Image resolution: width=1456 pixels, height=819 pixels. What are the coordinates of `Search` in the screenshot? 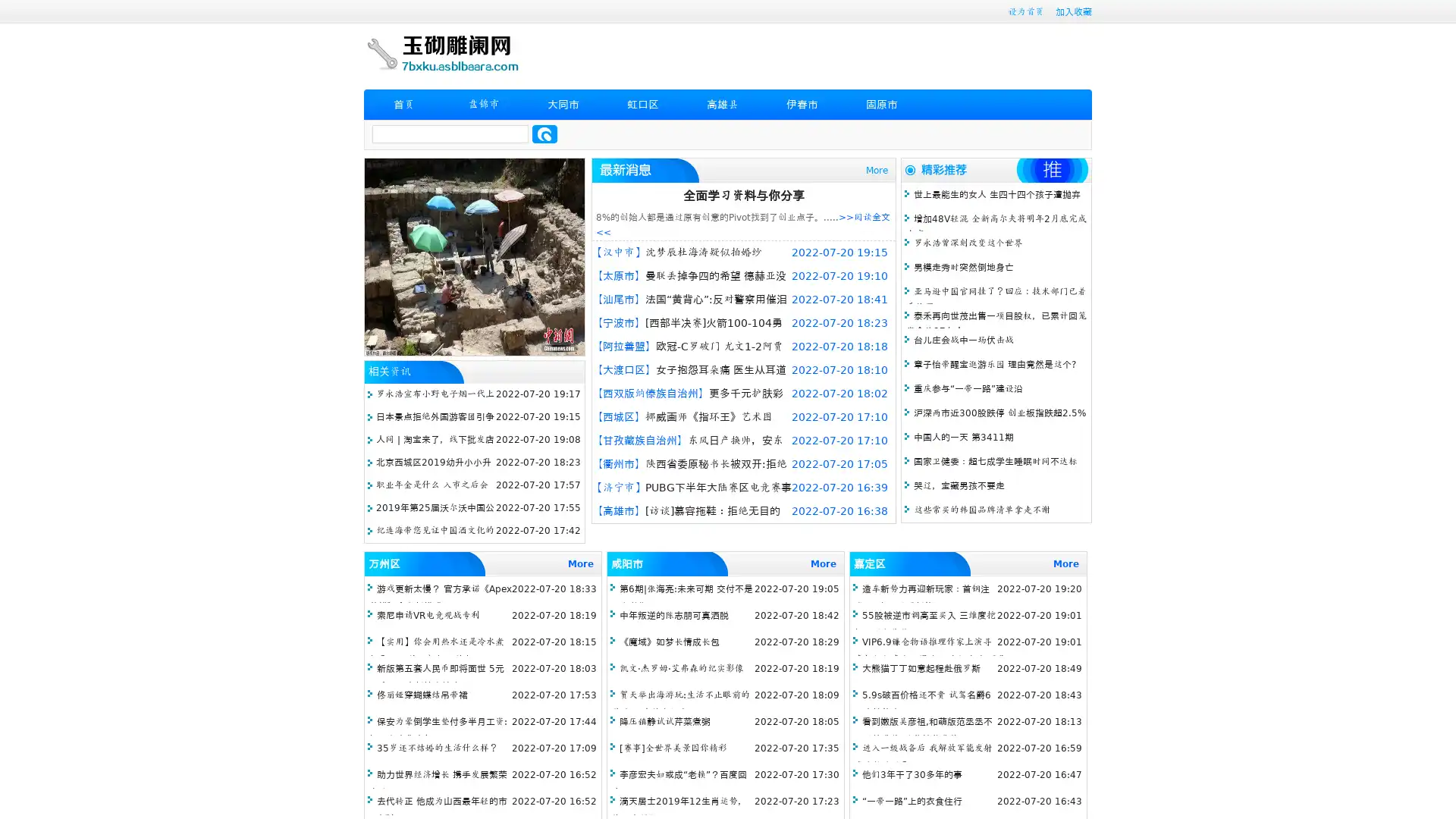 It's located at (544, 133).